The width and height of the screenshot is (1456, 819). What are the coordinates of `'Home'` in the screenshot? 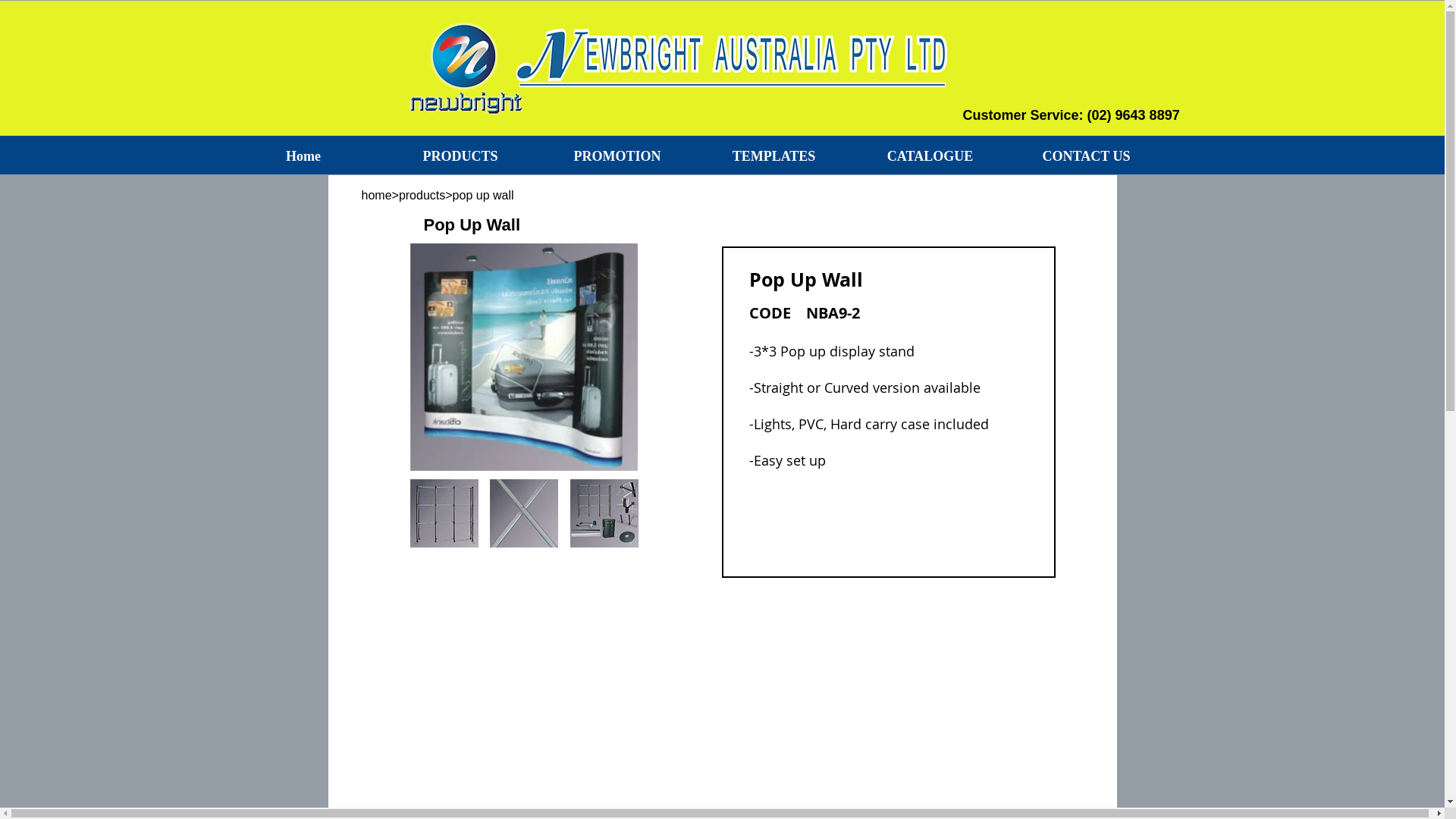 It's located at (303, 155).